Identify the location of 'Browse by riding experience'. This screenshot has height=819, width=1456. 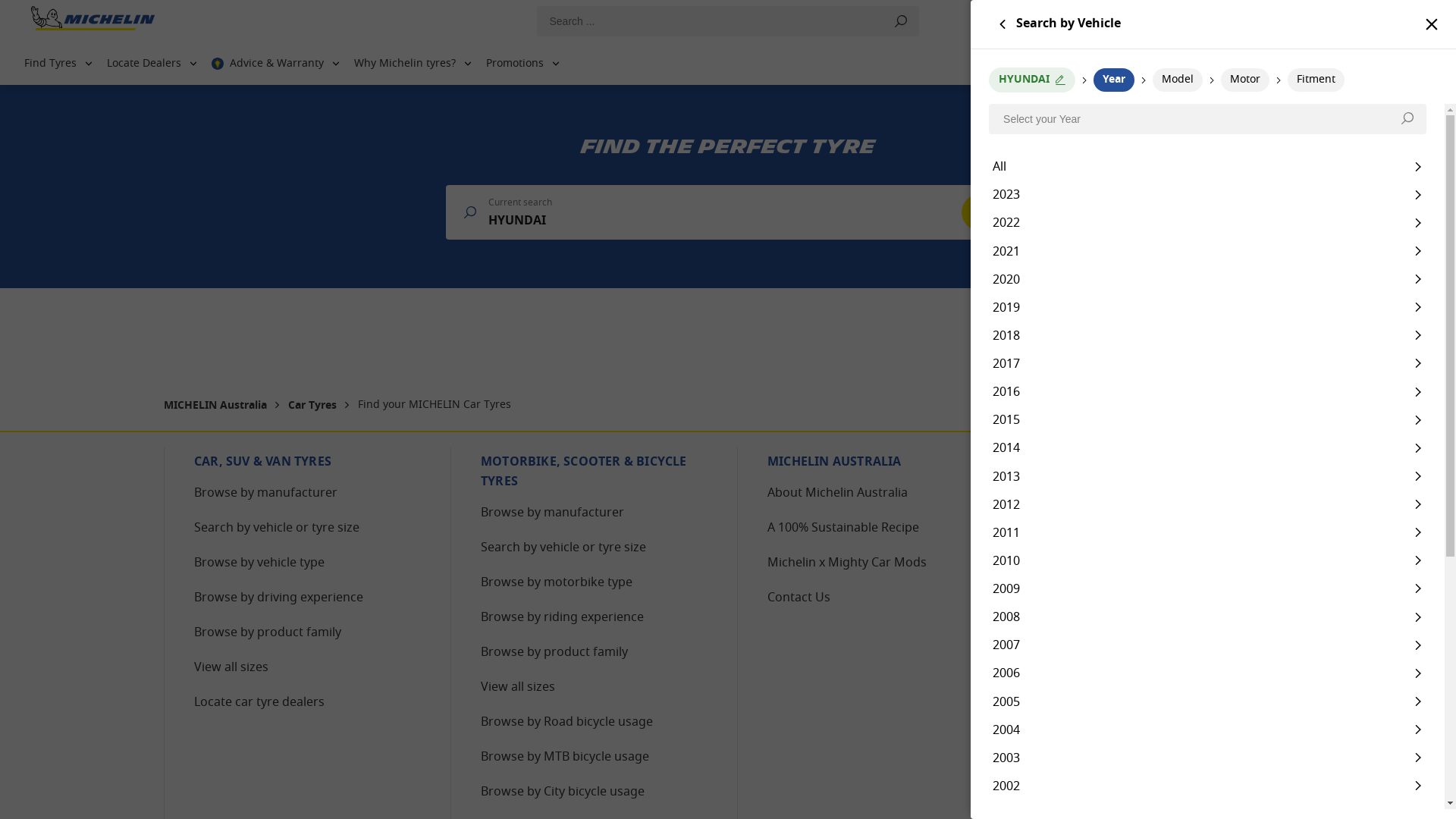
(561, 617).